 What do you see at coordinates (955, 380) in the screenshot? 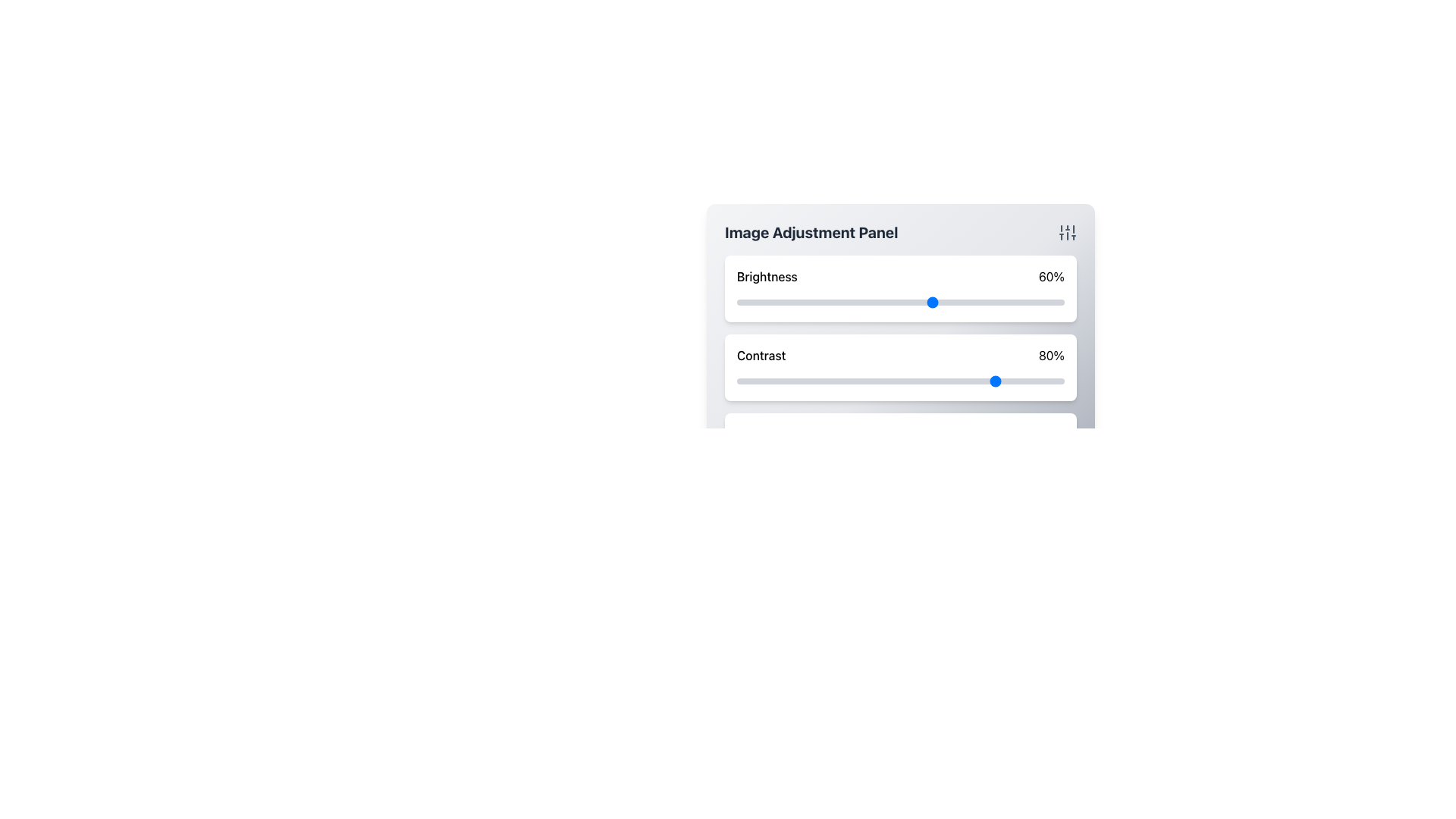
I see `contrast` at bounding box center [955, 380].